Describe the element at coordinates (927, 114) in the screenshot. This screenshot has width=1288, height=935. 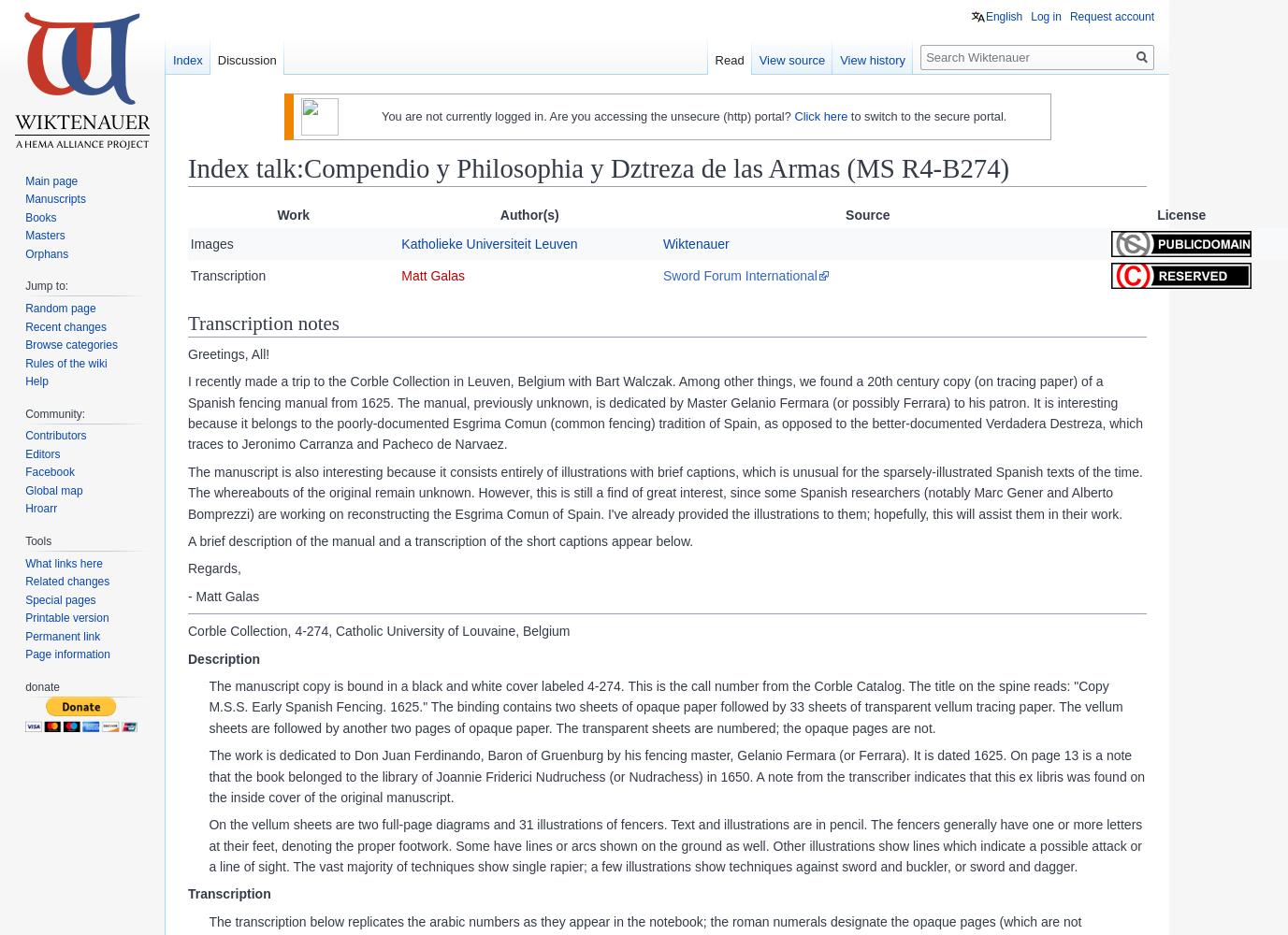
I see `'to switch to the secure portal.'` at that location.